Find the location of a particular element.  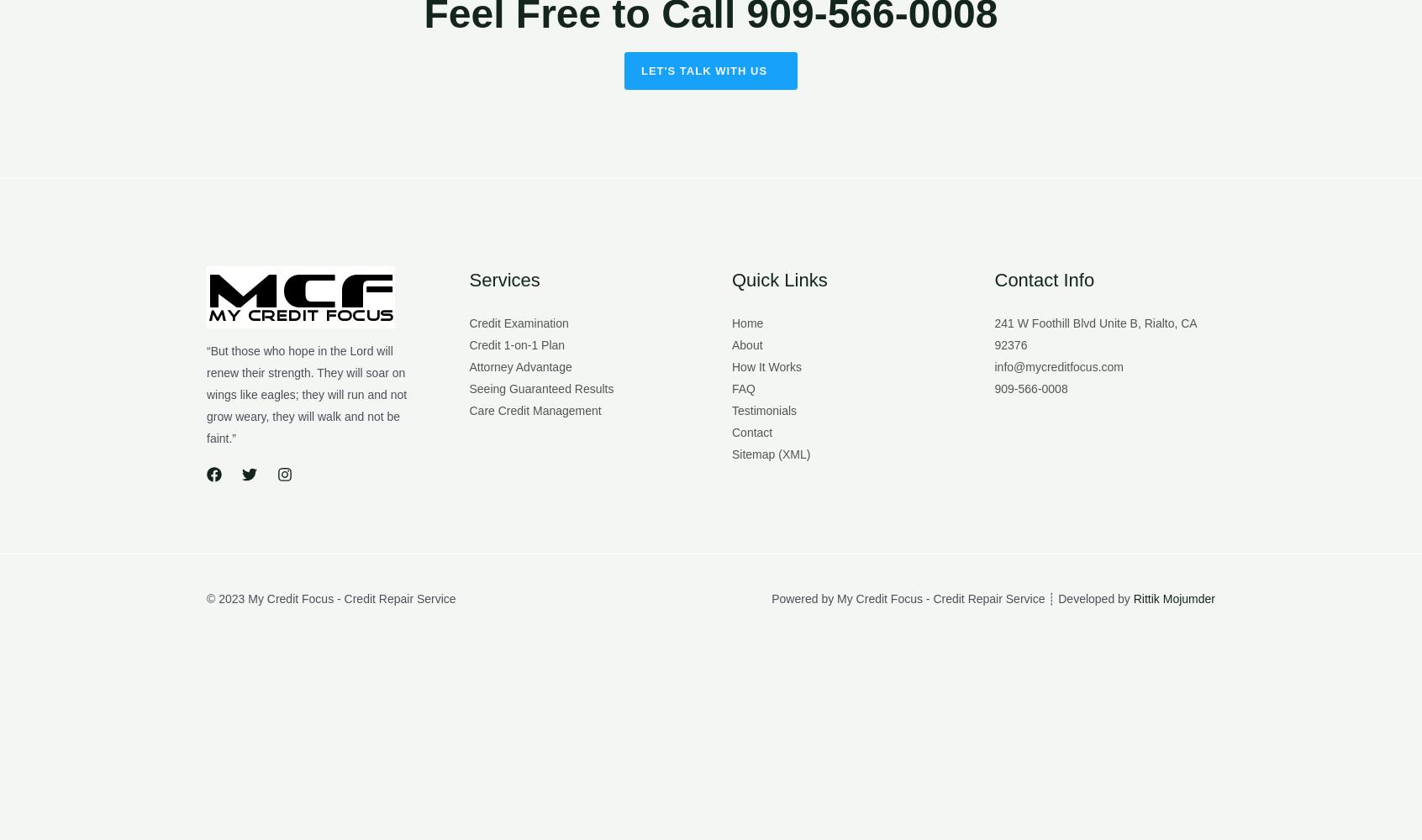

'Contact Info' is located at coordinates (993, 278).